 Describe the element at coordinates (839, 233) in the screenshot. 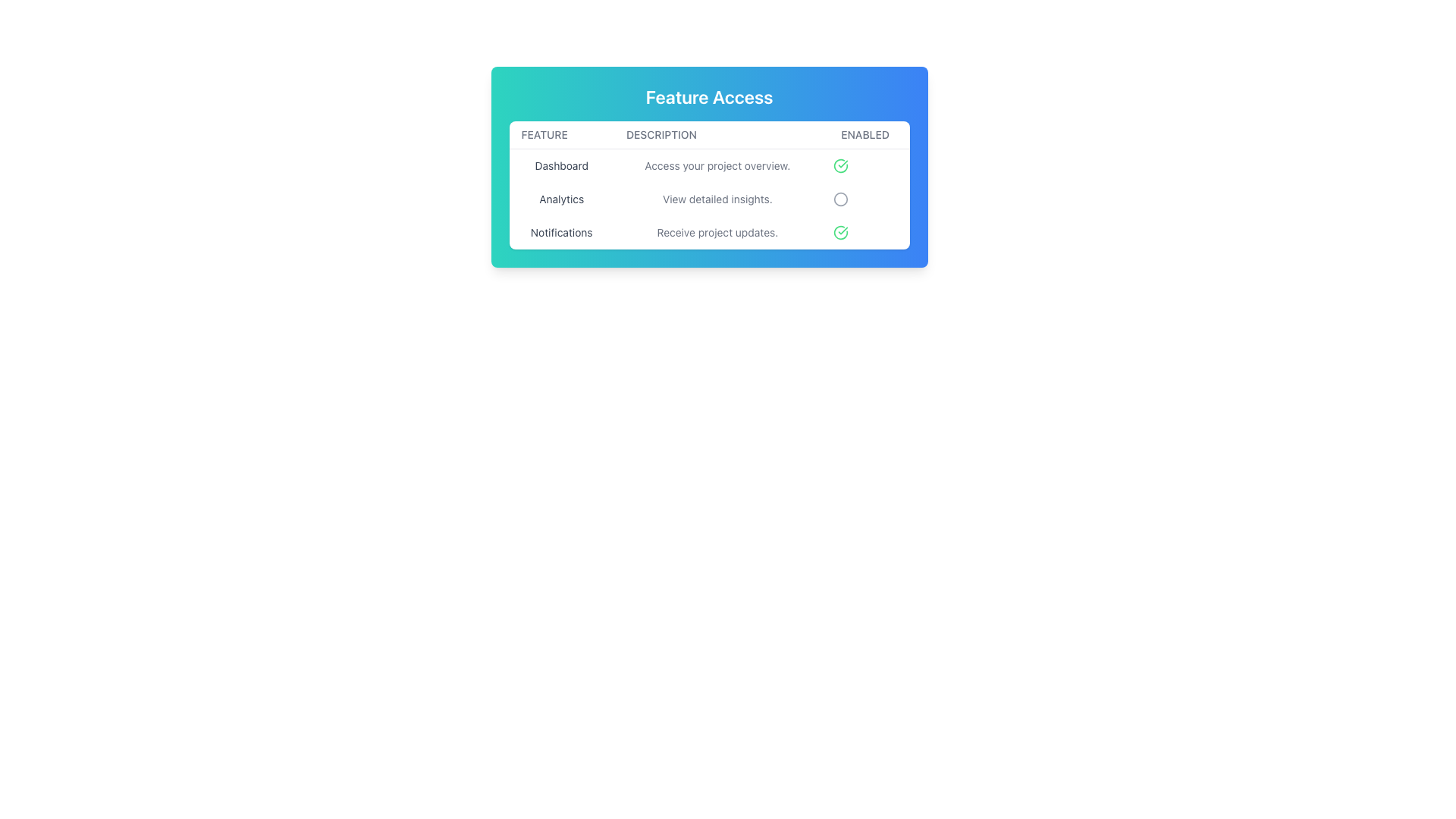

I see `the graphical indicator icon in the last row of the table under the 'ENABLED' column, aligned with the 'Notifications' label` at that location.